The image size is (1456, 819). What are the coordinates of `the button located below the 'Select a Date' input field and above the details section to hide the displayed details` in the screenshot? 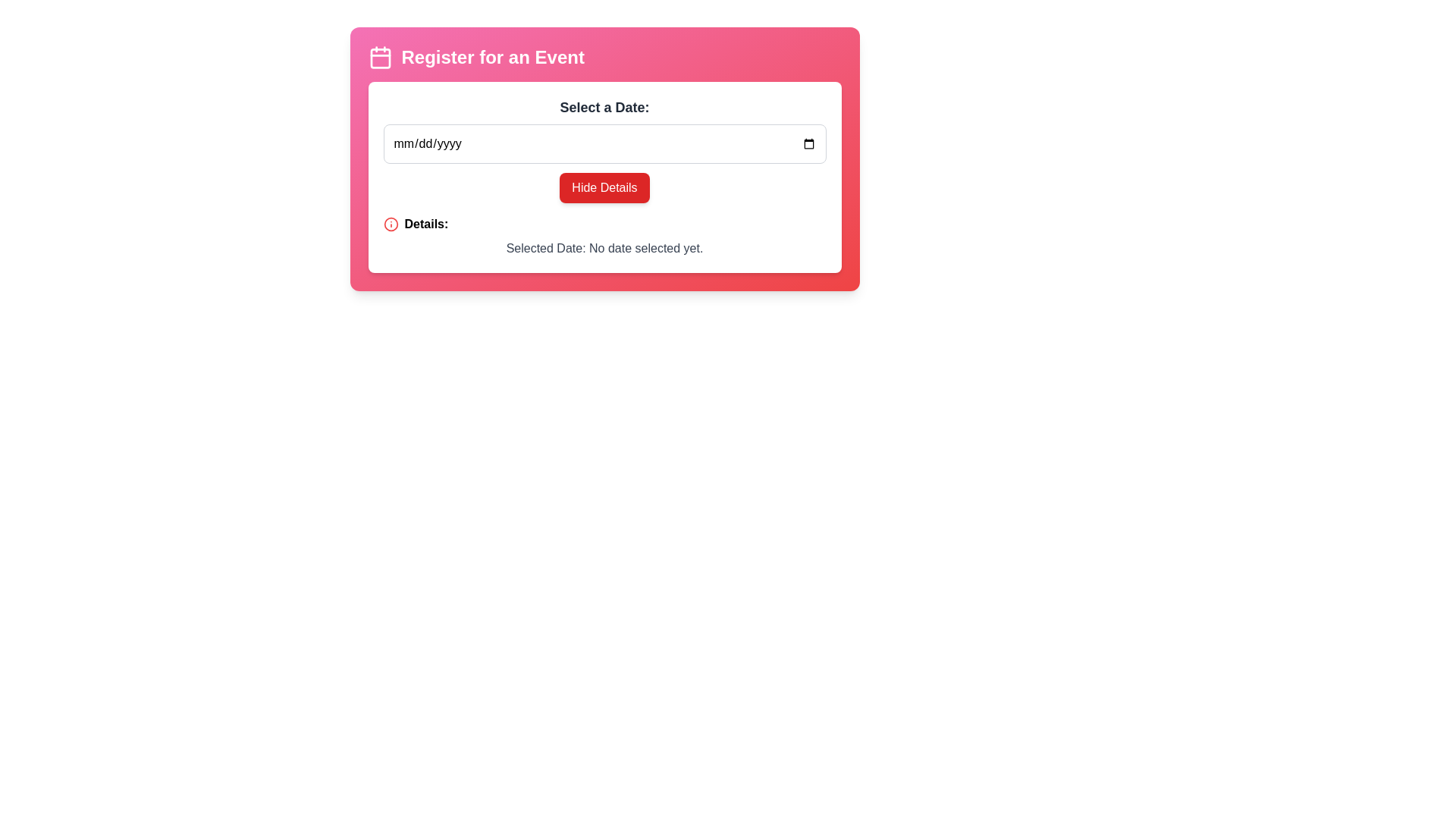 It's located at (604, 177).